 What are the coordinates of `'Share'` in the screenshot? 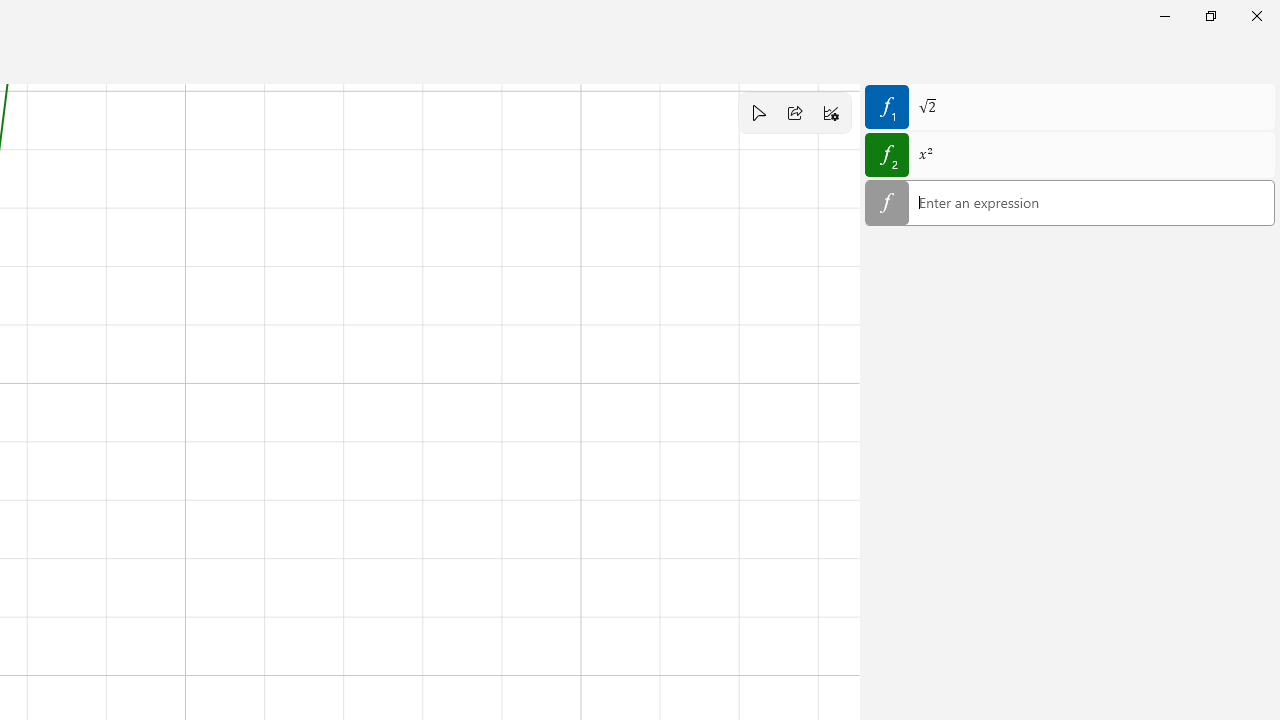 It's located at (794, 113).